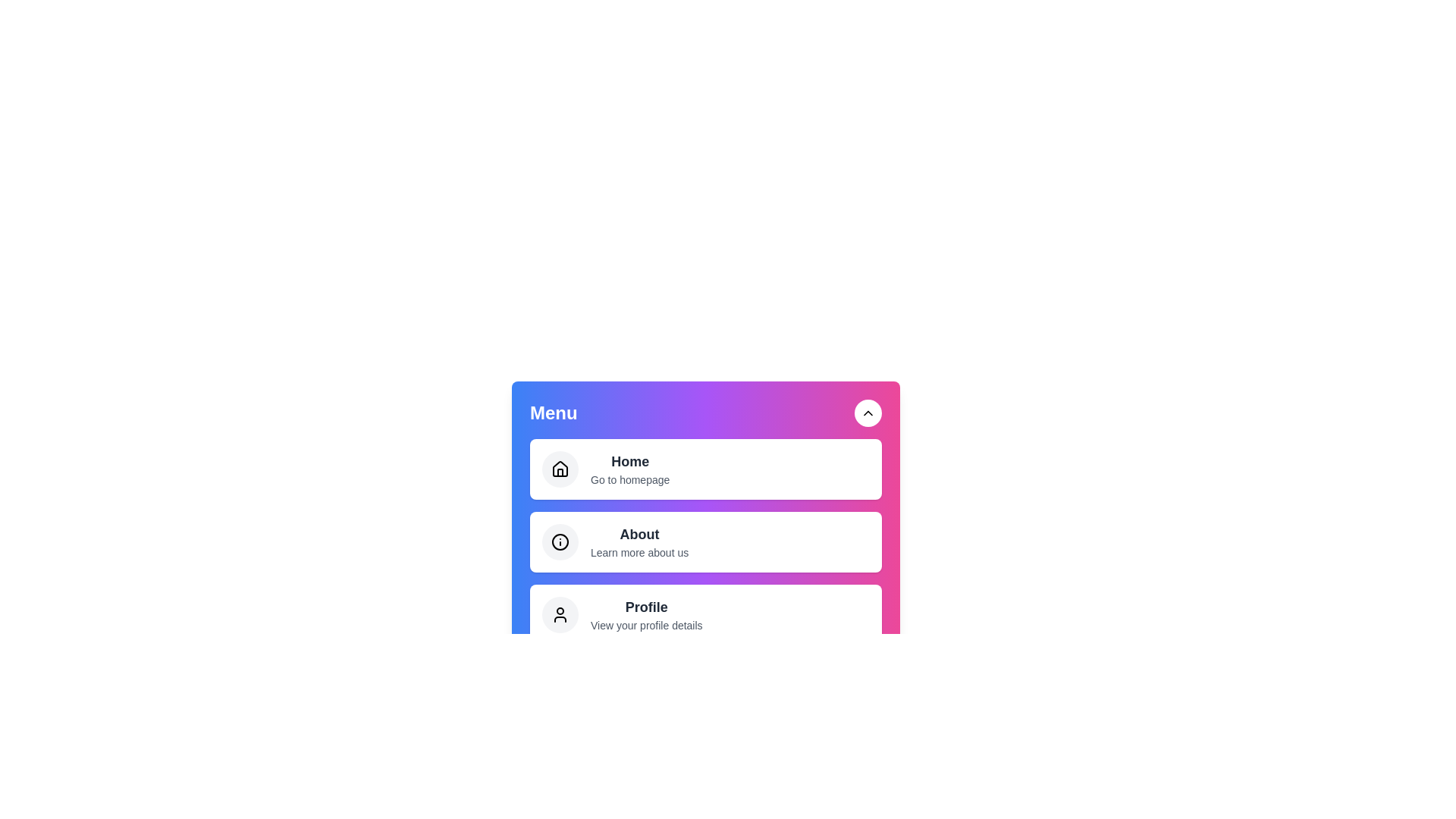 The image size is (1456, 819). Describe the element at coordinates (560, 614) in the screenshot. I see `the icon corresponding to the menu item labeled 'Profile'` at that location.